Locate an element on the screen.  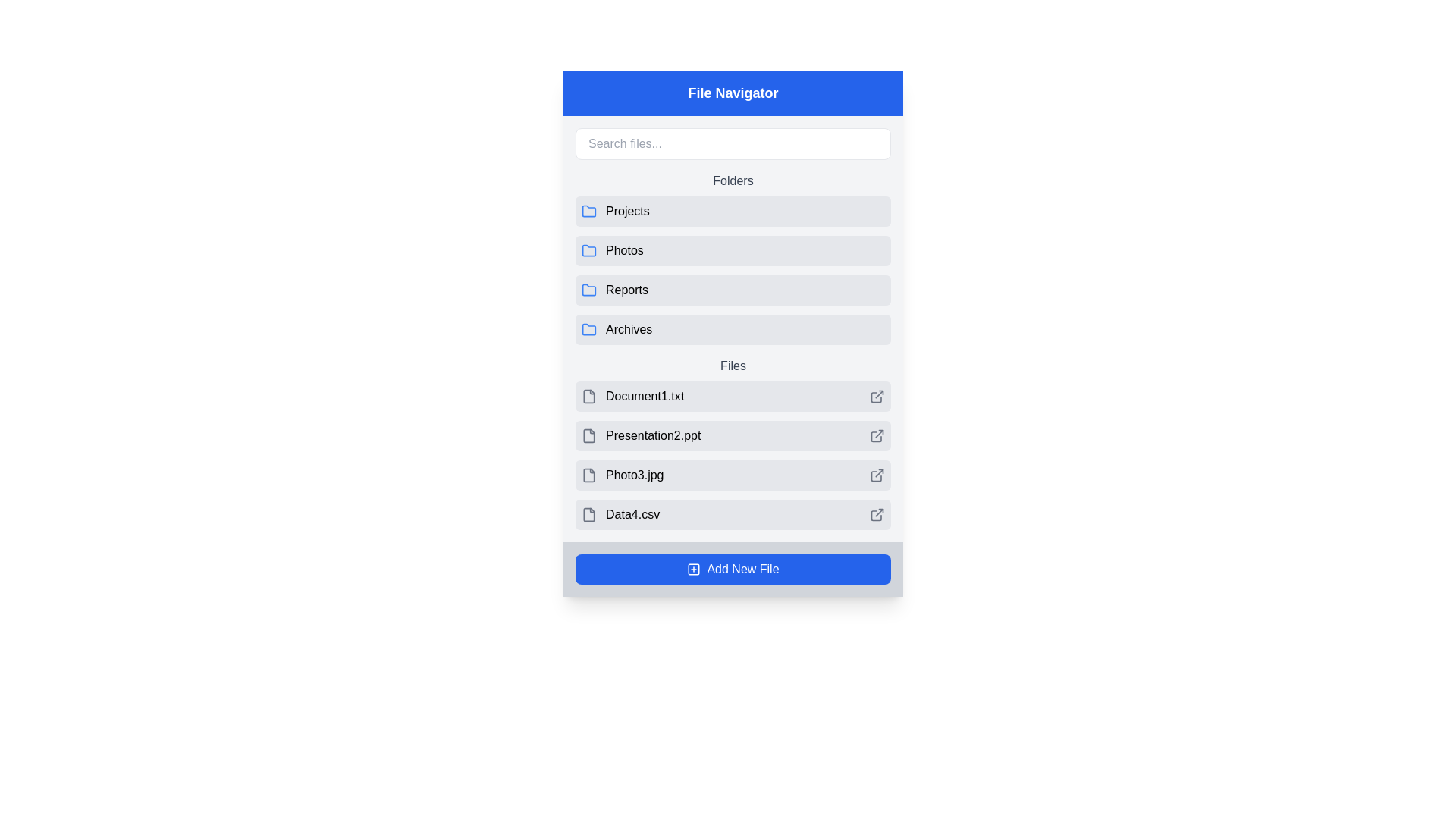
the list item displaying the file name 'Photo3.jpg' is located at coordinates (733, 455).